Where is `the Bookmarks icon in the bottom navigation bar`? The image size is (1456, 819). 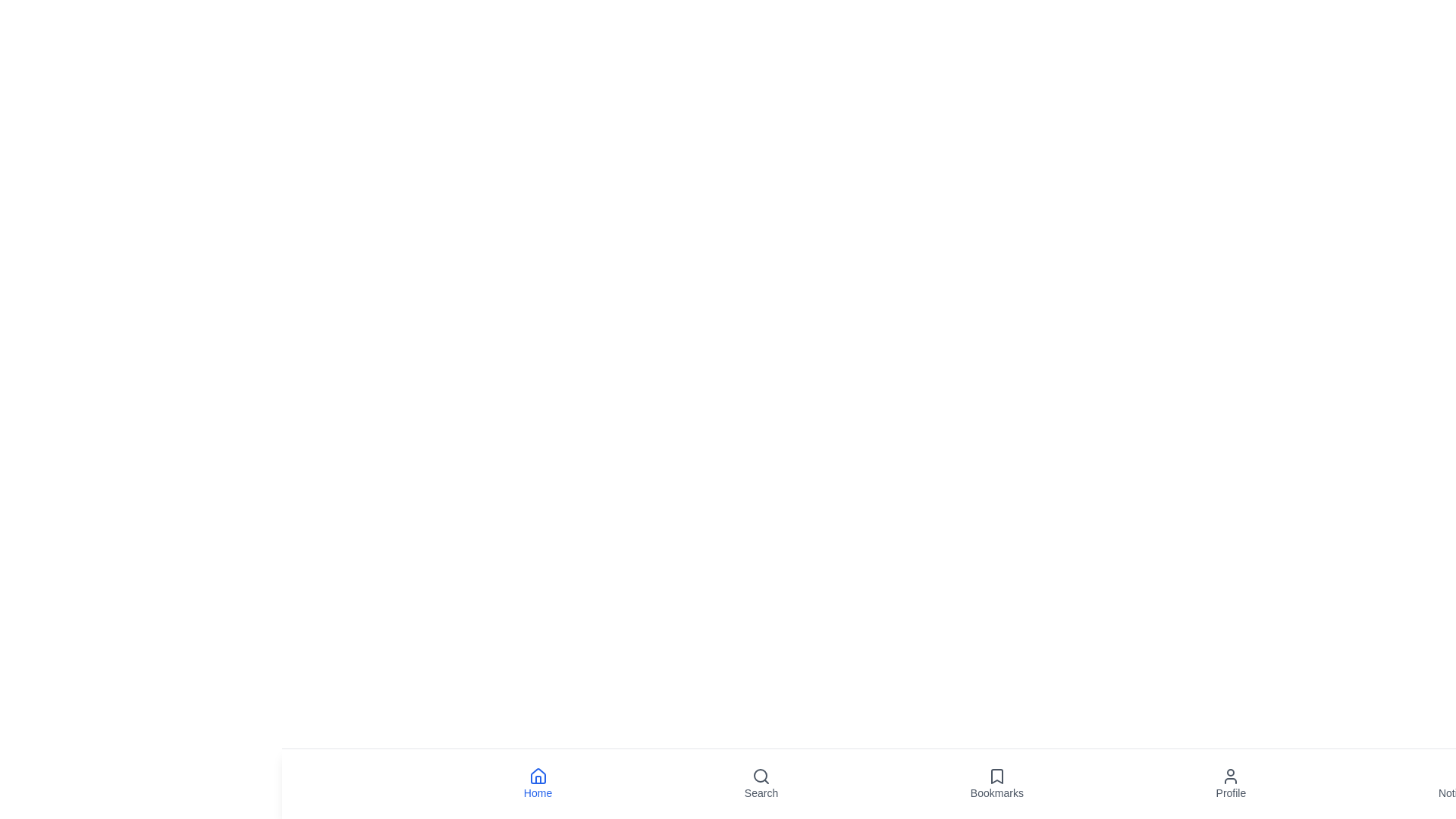 the Bookmarks icon in the bottom navigation bar is located at coordinates (996, 783).